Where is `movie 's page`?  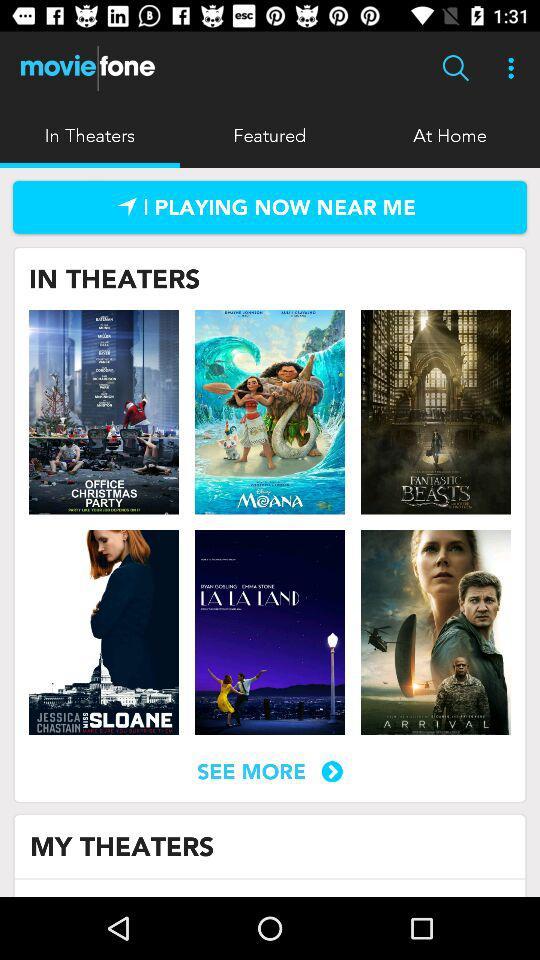
movie 's page is located at coordinates (434, 631).